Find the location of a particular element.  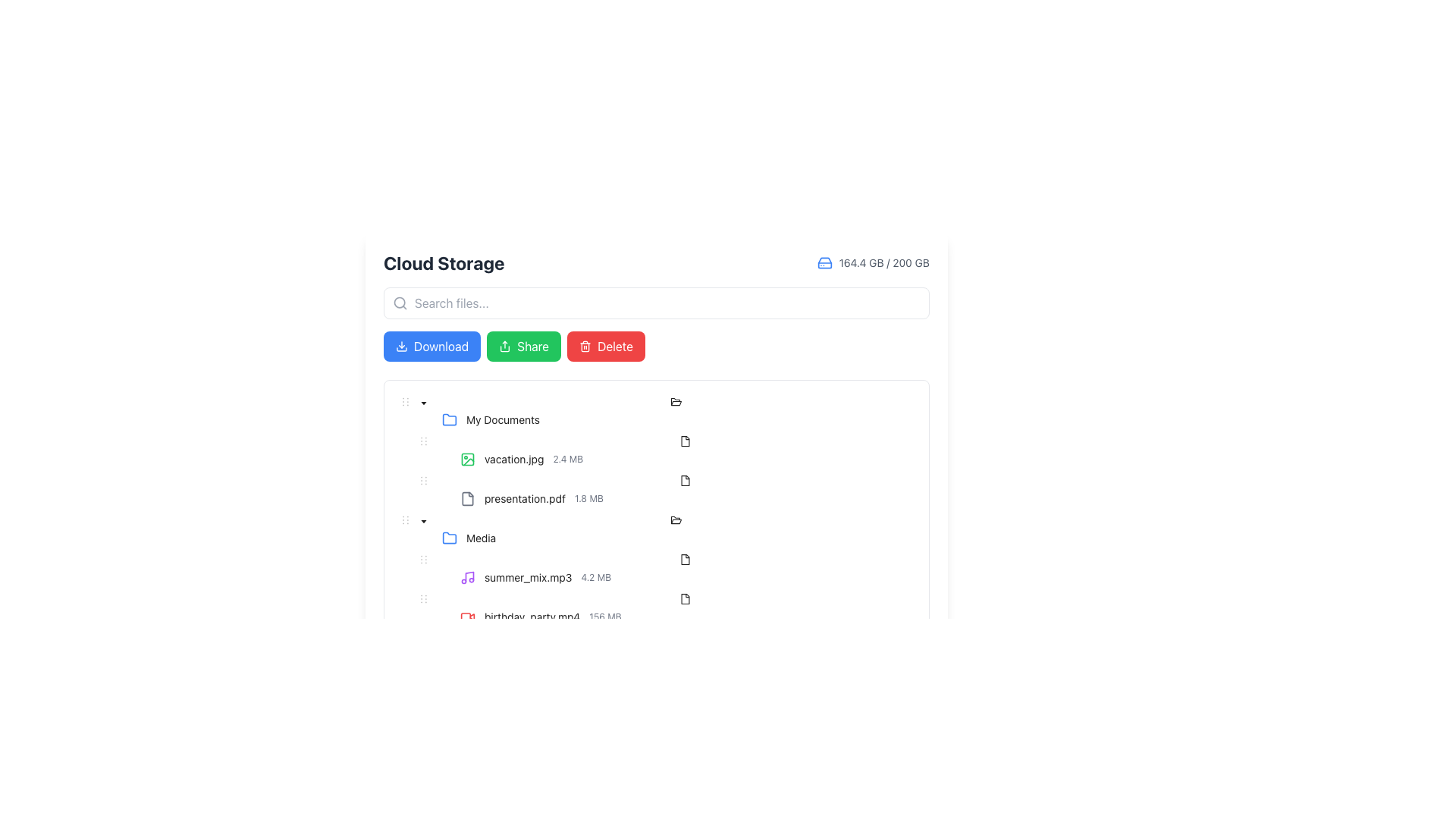

the indentation marker for the tree node 'summer_mix.mp3 4.2 MB', which visually indicates its hierarchical position in the tree structure is located at coordinates (405, 568).